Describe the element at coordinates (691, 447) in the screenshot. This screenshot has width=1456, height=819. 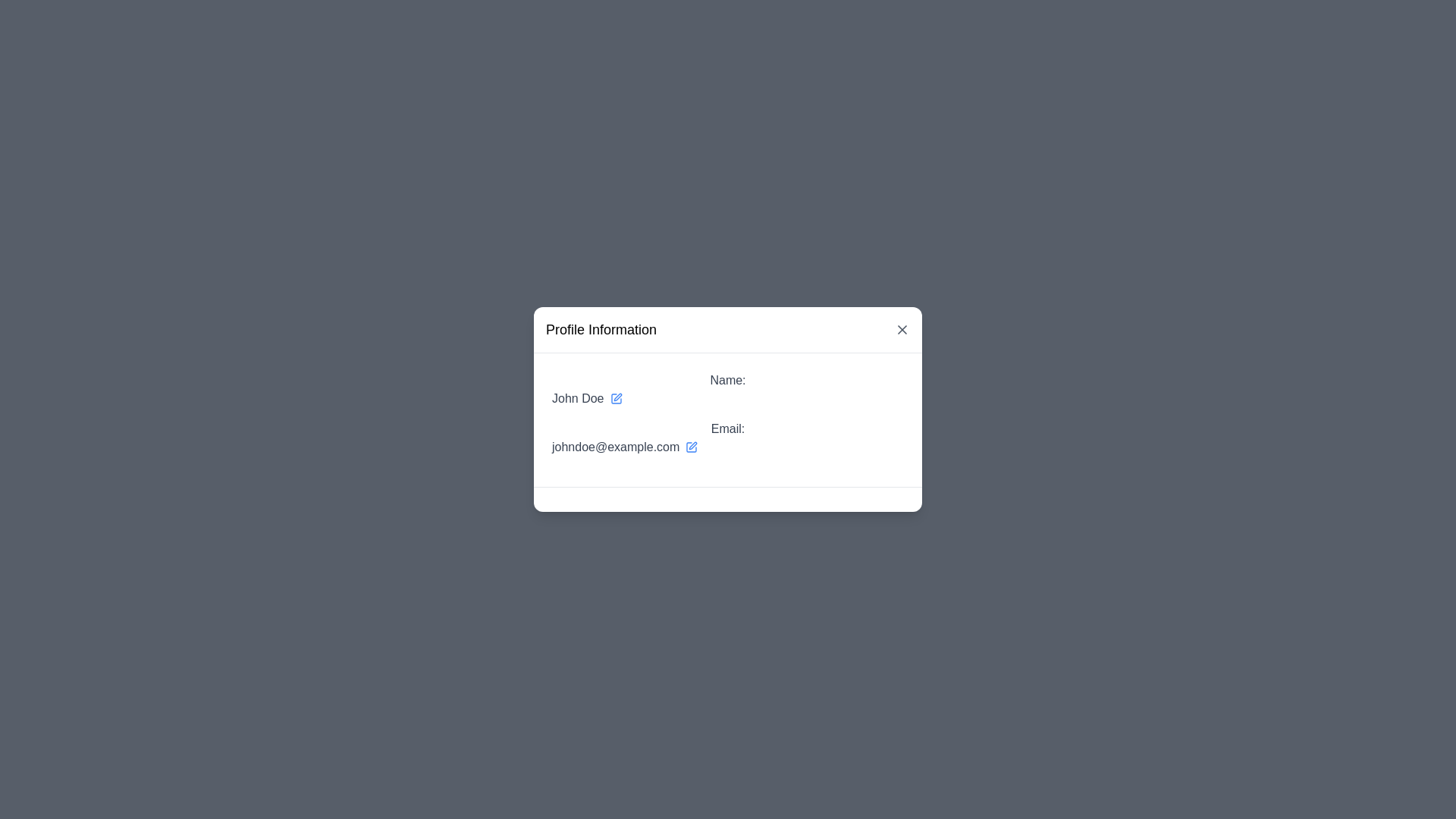
I see `the blue pen icon button located to the right of the email text 'johndoe@example.com' in the 'Profile Information' dialog box to initiate the edit functionality` at that location.